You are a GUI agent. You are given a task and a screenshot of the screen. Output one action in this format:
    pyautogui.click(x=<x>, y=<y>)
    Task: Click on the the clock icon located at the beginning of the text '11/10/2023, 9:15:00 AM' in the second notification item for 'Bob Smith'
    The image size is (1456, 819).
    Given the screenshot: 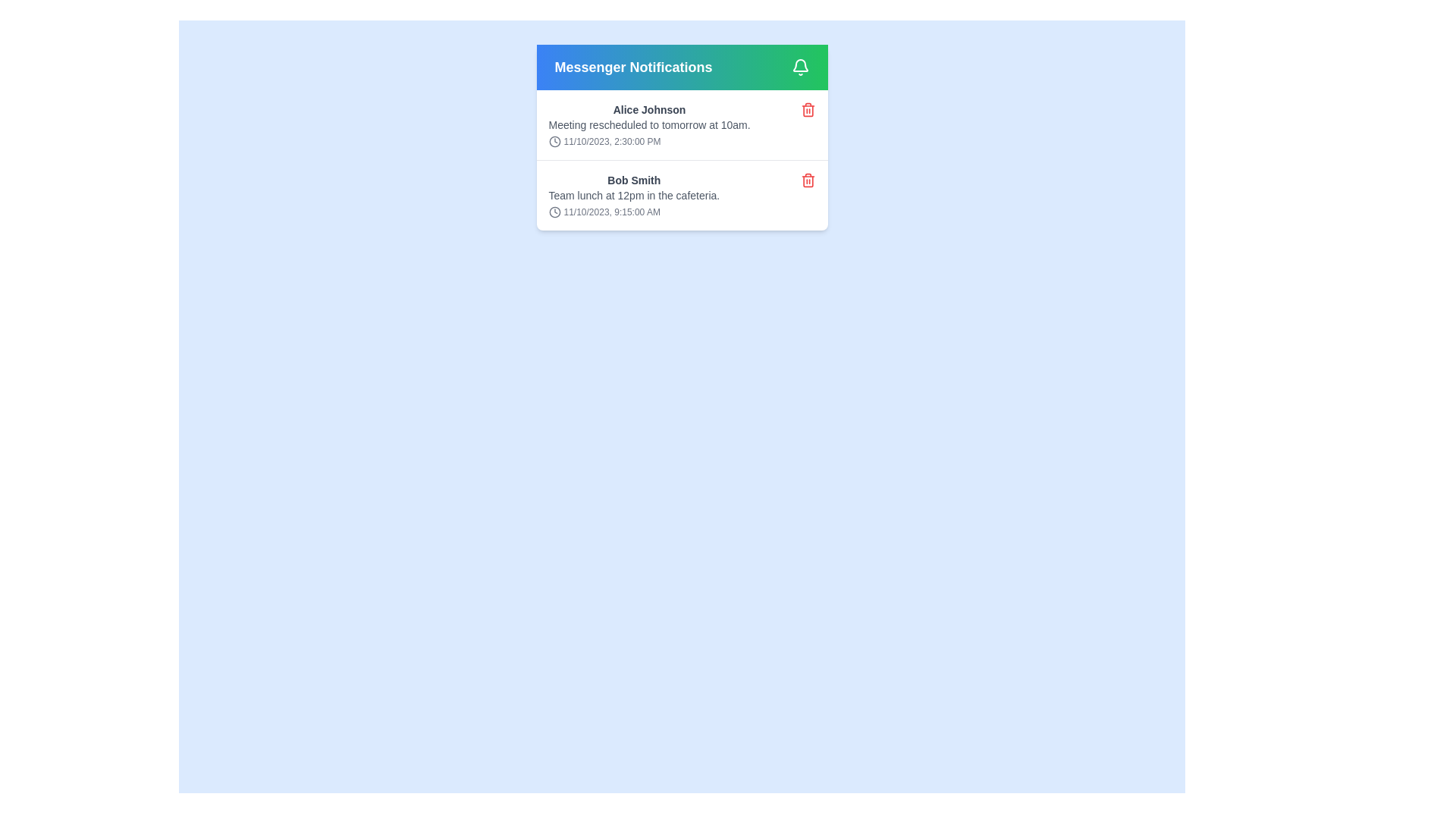 What is the action you would take?
    pyautogui.click(x=554, y=212)
    